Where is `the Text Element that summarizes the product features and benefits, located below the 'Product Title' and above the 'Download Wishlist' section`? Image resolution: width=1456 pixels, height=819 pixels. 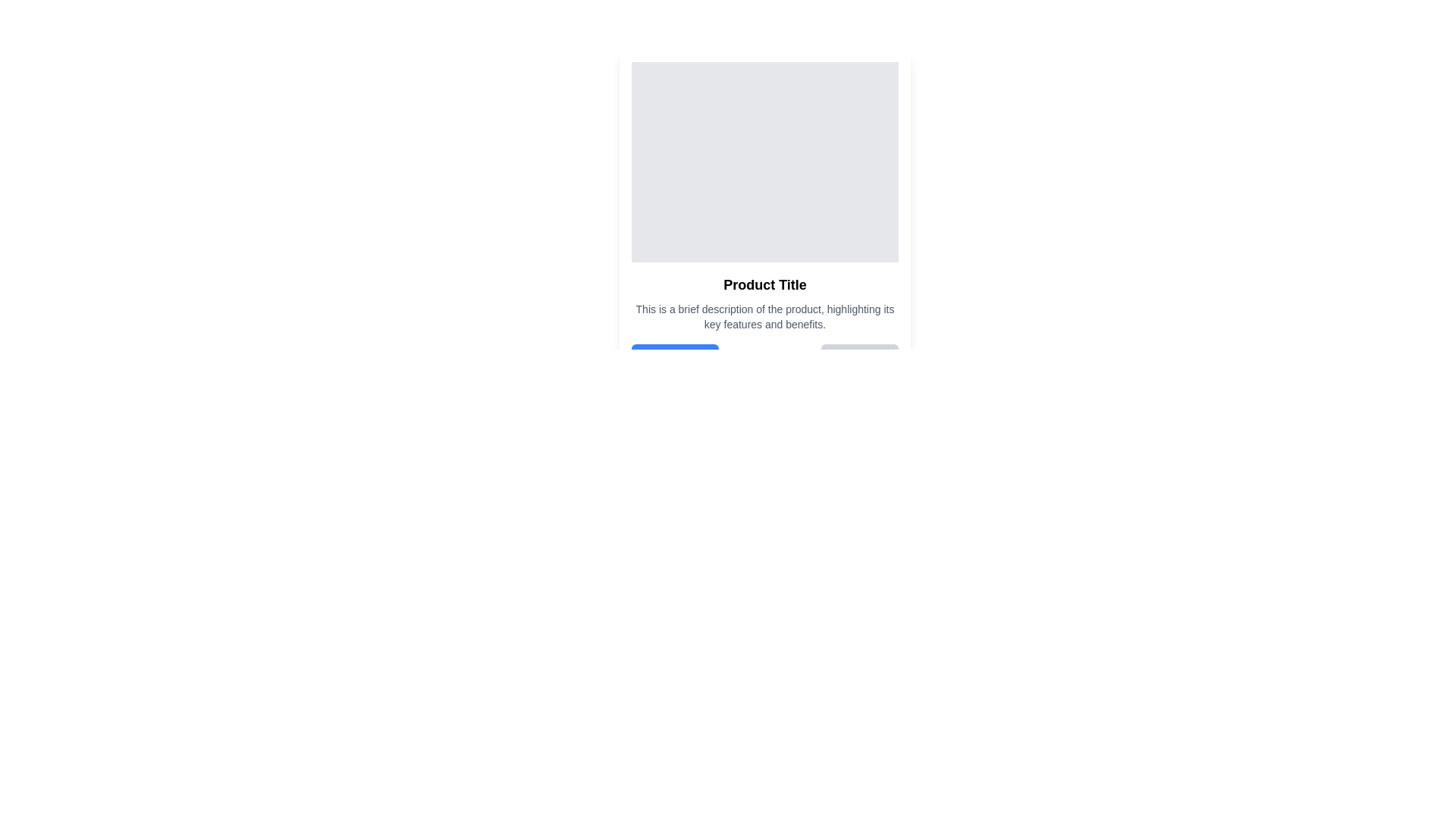 the Text Element that summarizes the product features and benefits, located below the 'Product Title' and above the 'Download Wishlist' section is located at coordinates (764, 315).